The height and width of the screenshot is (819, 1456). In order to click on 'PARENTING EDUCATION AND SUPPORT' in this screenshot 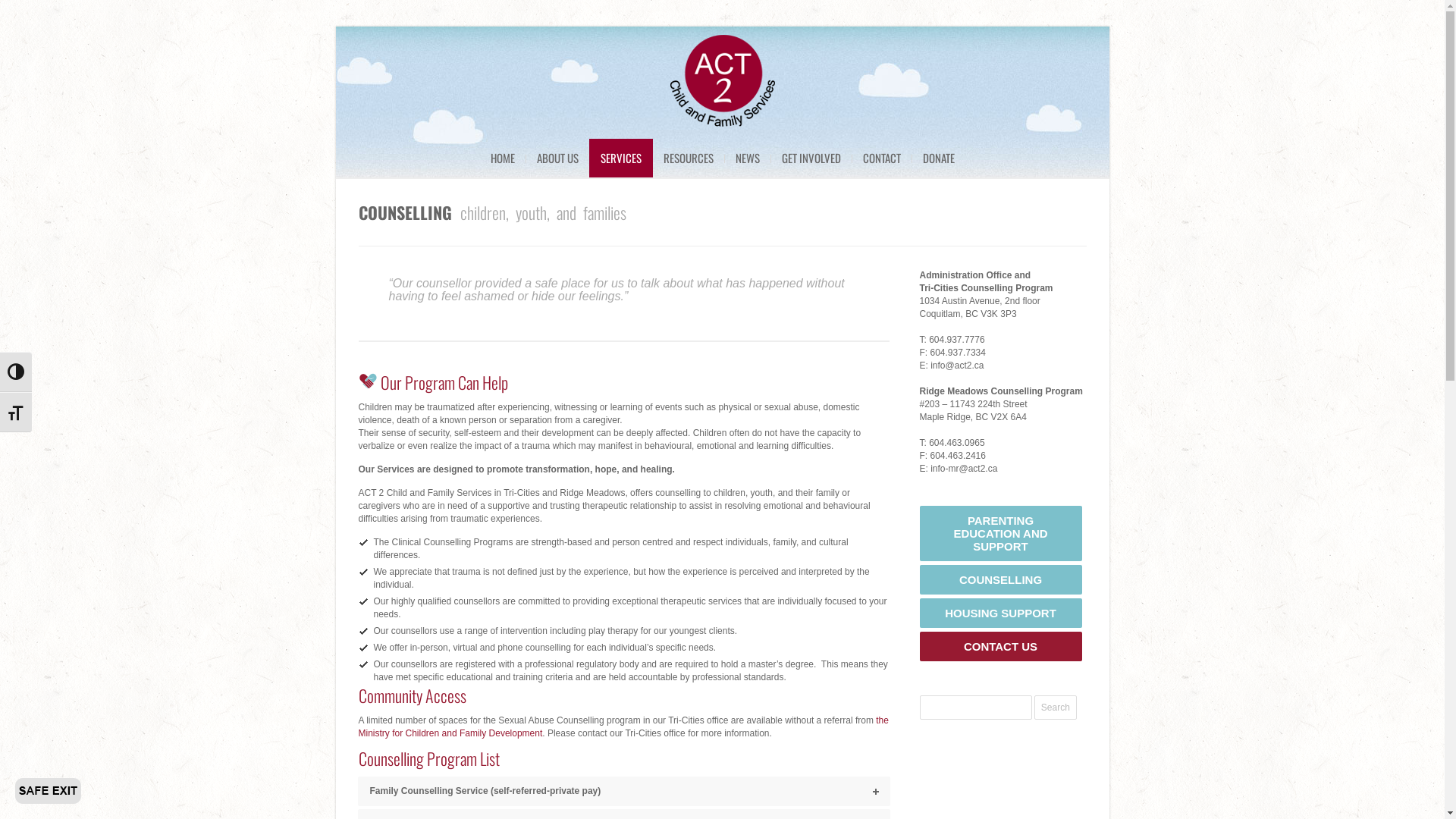, I will do `click(1000, 532)`.